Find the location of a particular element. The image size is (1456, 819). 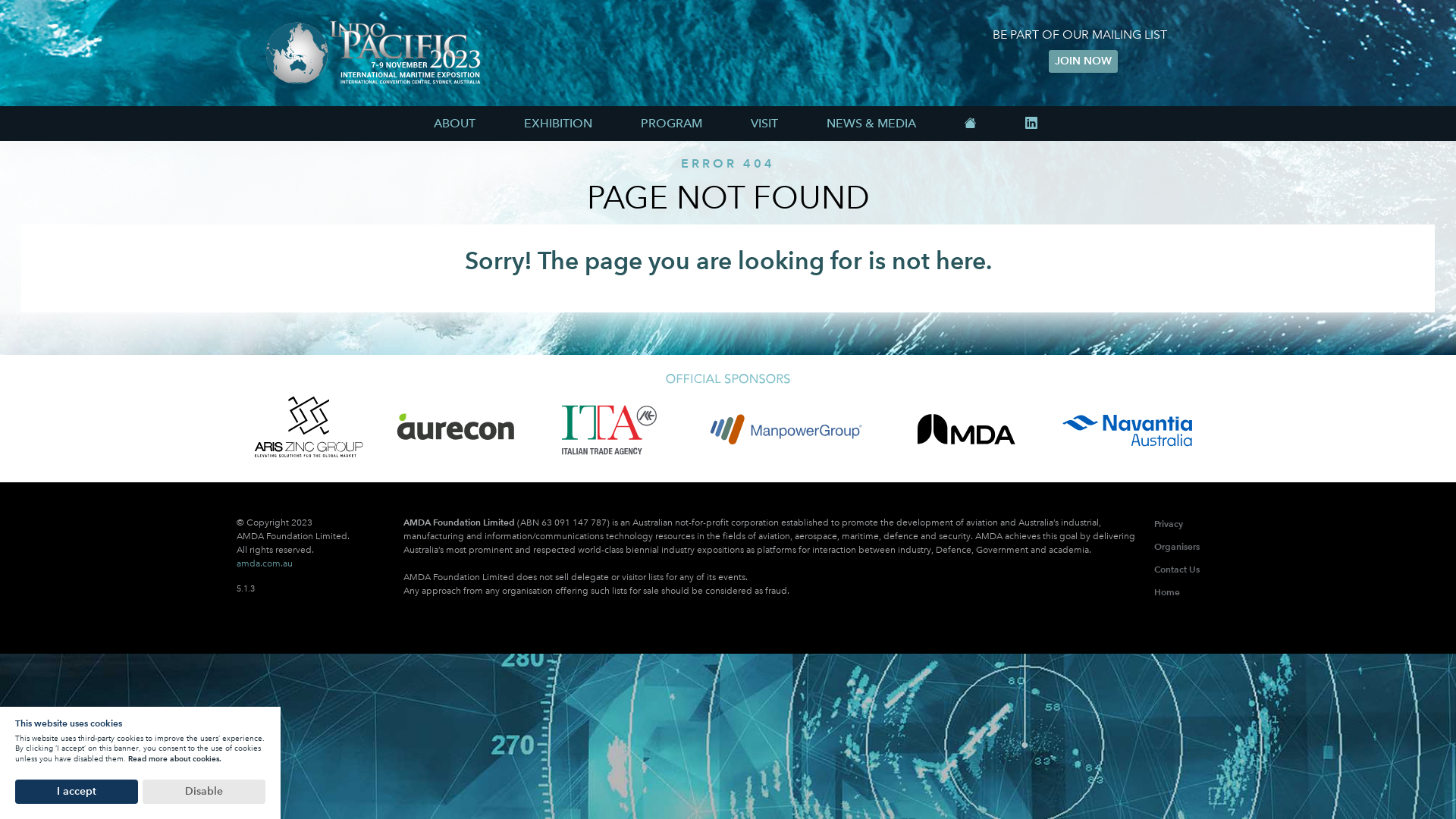

'Disable' is located at coordinates (202, 791).